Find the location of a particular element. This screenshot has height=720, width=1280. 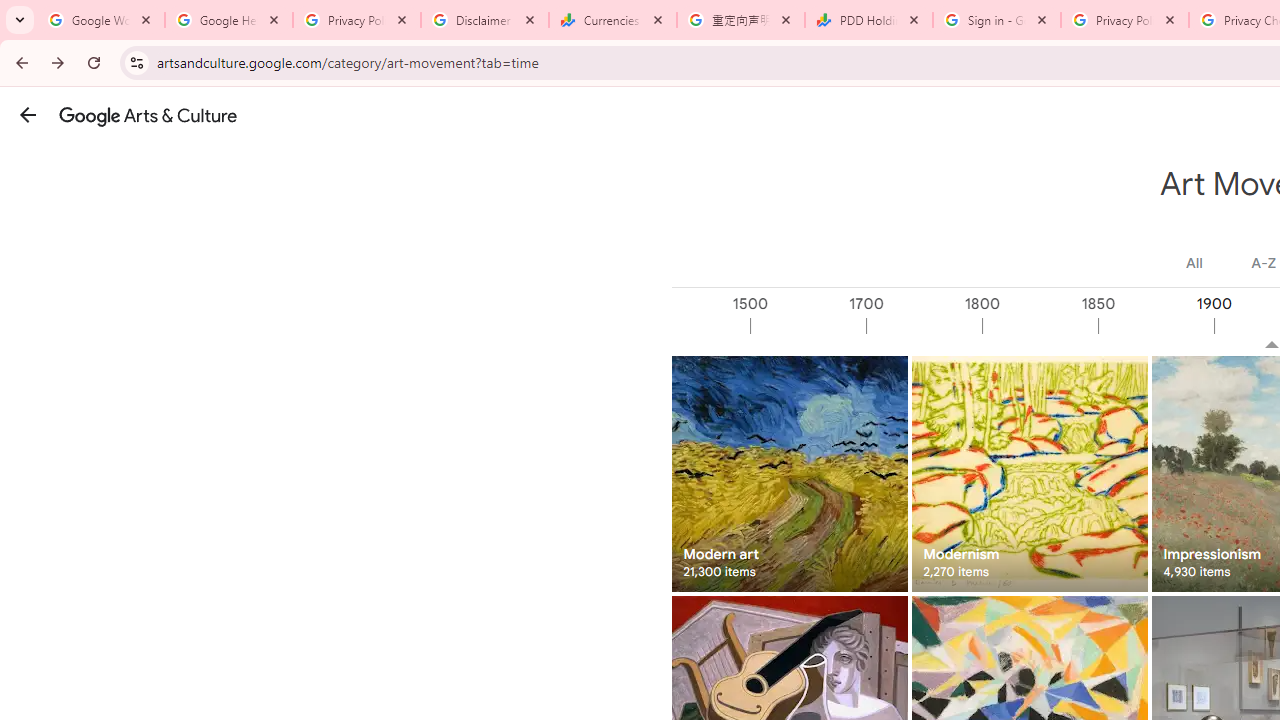

'Sign in - Google Accounts' is located at coordinates (997, 20).